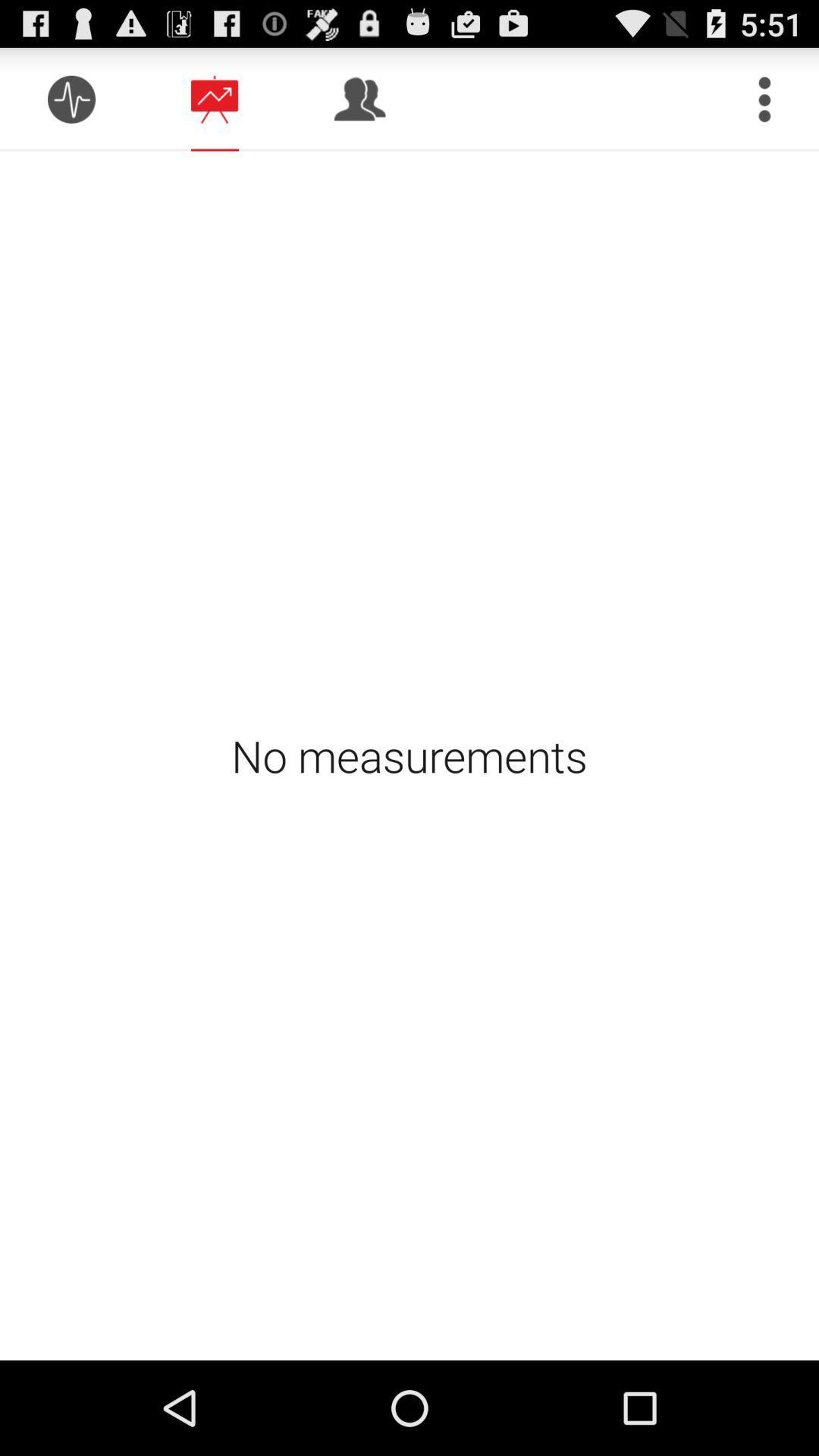 The image size is (819, 1456). Describe the element at coordinates (764, 99) in the screenshot. I see `icon at the top right corner` at that location.